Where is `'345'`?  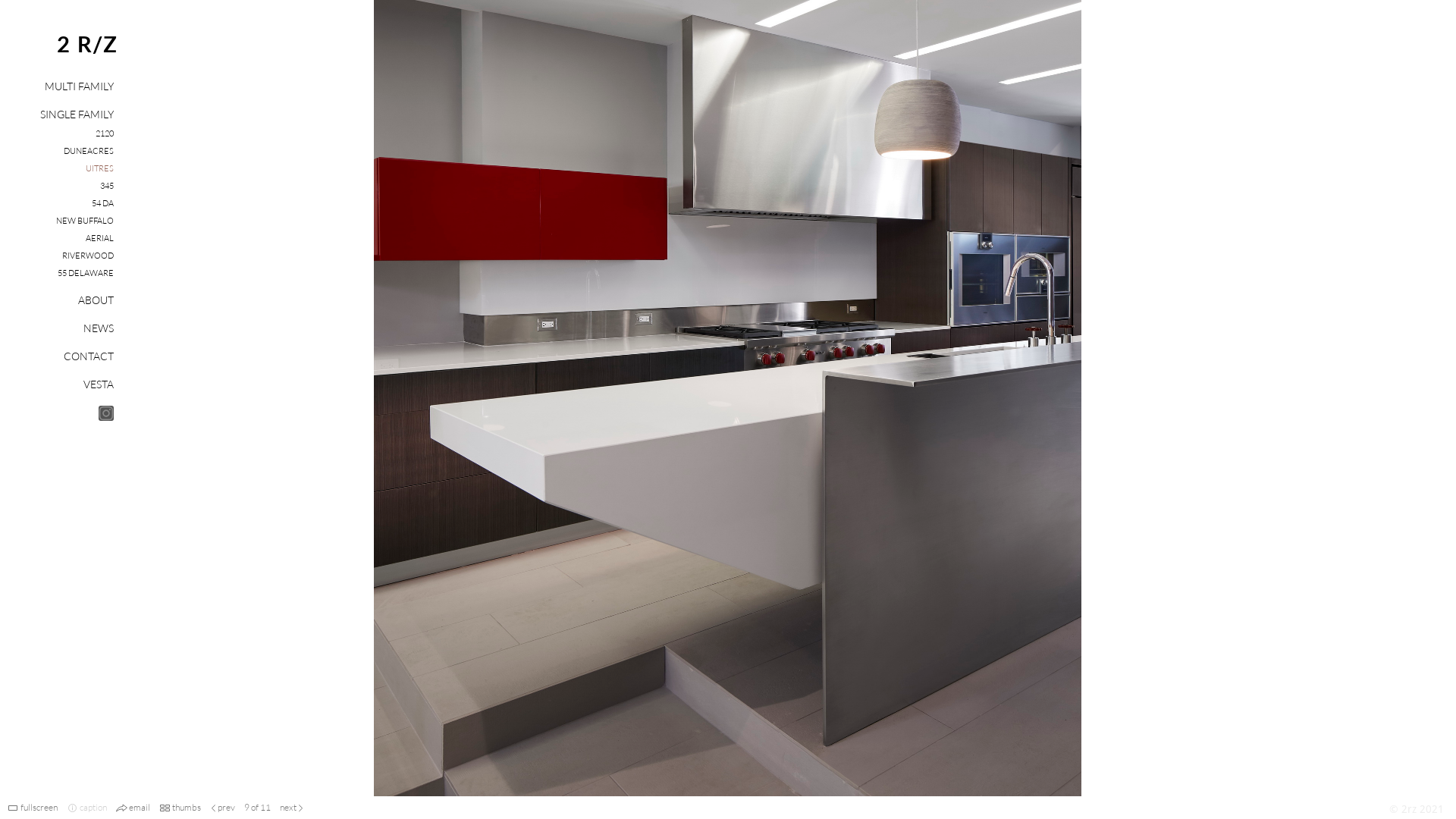
'345' is located at coordinates (105, 185).